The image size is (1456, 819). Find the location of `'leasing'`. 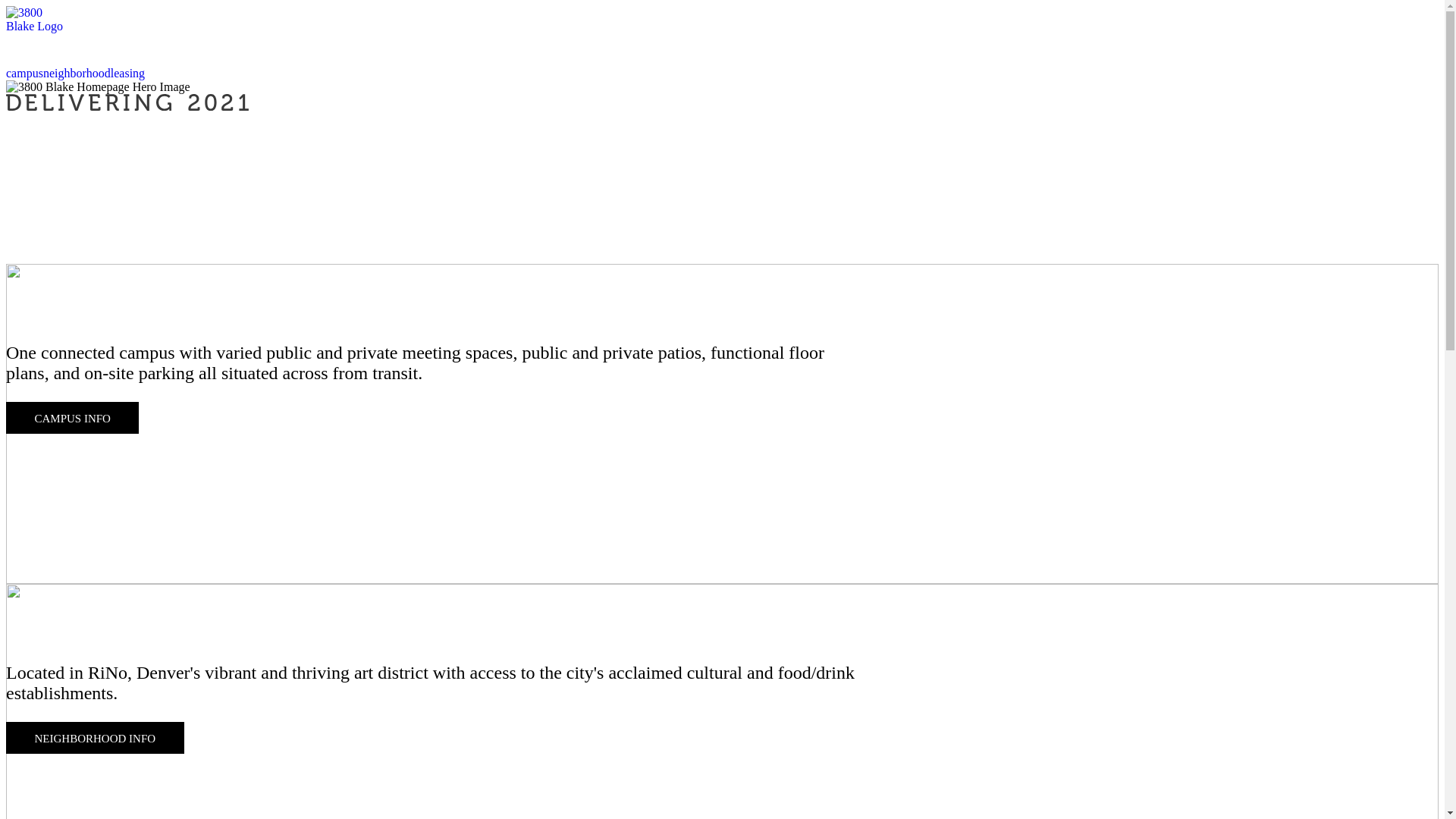

'leasing' is located at coordinates (127, 73).